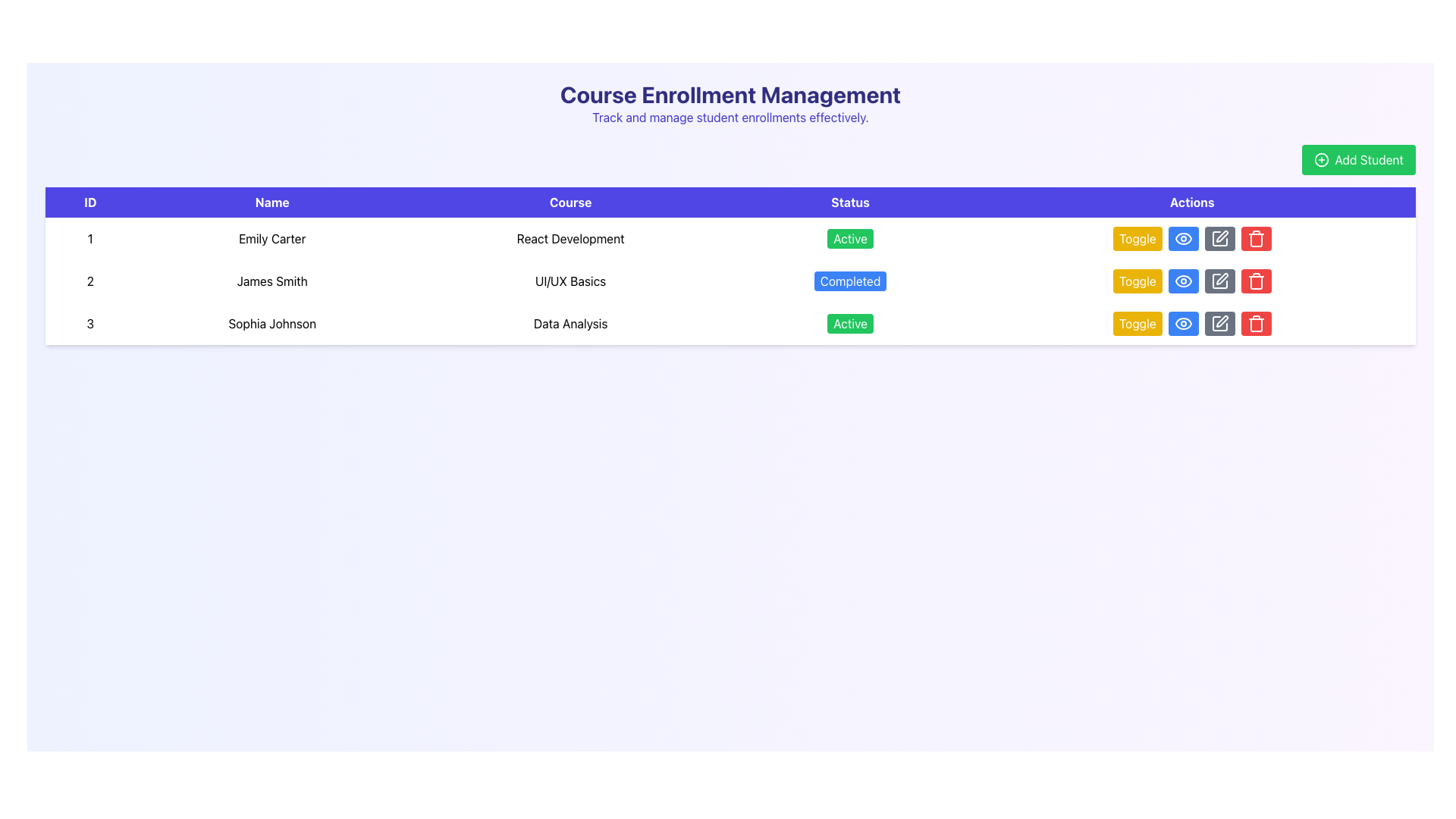 The width and height of the screenshot is (1456, 819). I want to click on the Eye Symbol icon located in the 'Actions' cell of the second row in the table, adjacent to the toggle button, so click(1182, 281).